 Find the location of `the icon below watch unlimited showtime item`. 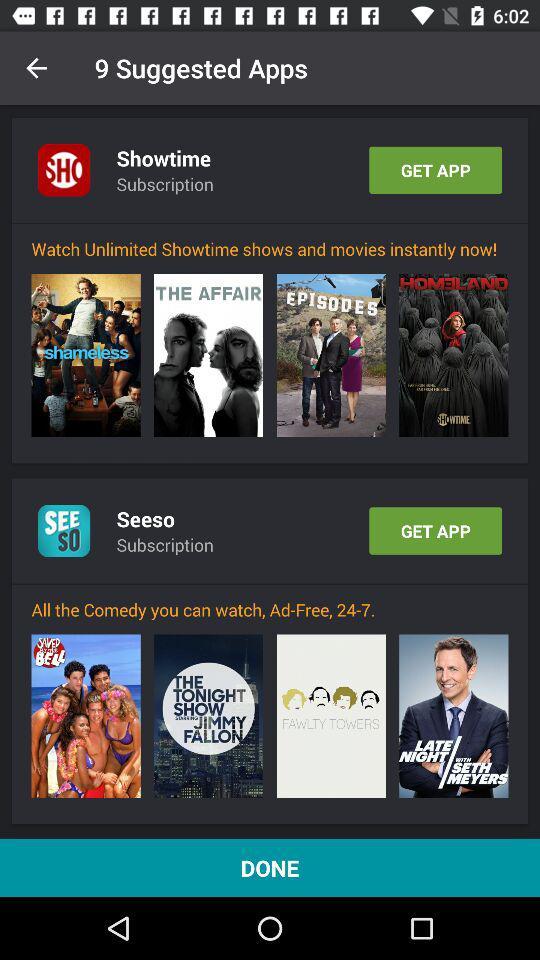

the icon below watch unlimited showtime item is located at coordinates (331, 355).